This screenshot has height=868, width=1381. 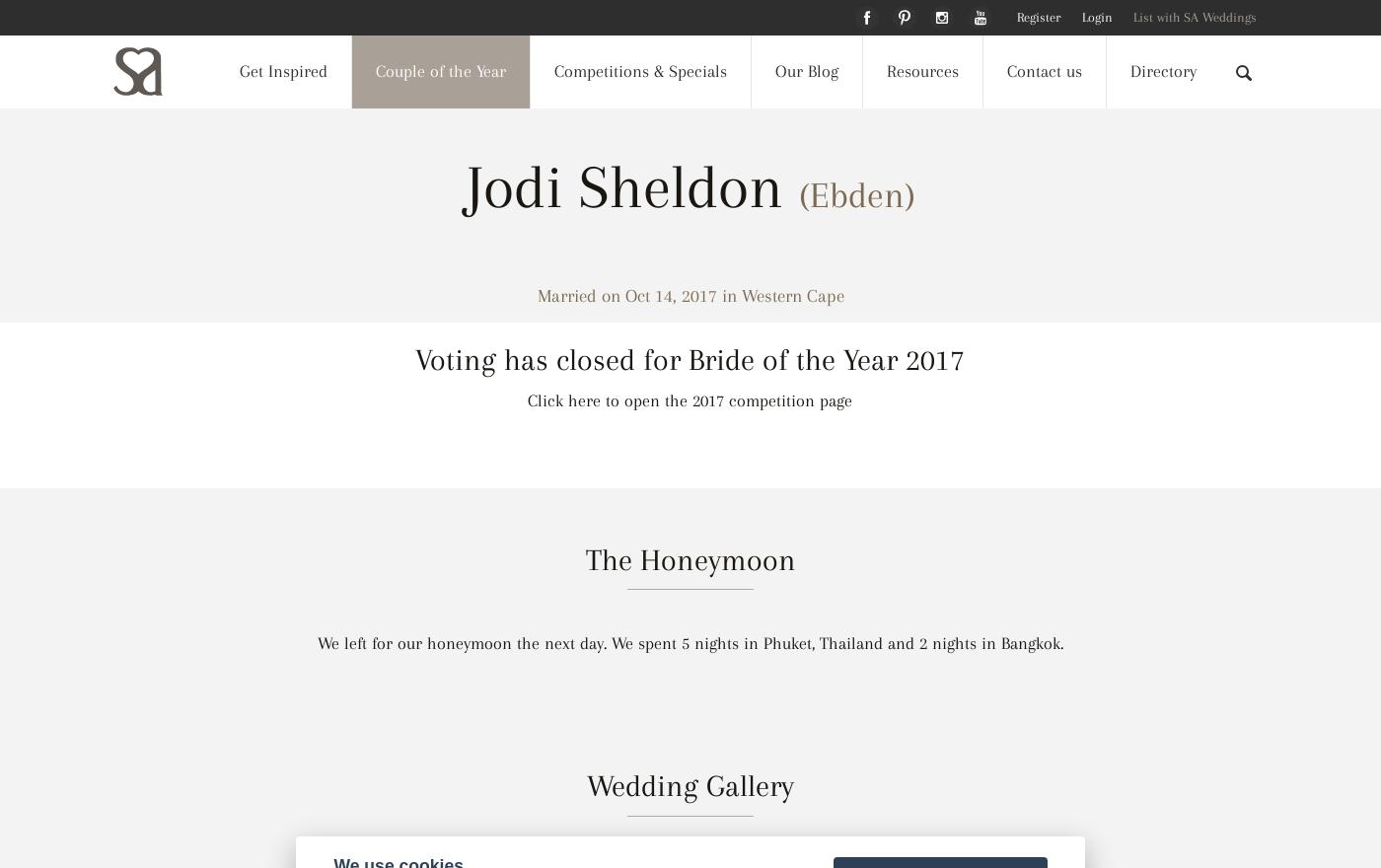 What do you see at coordinates (1081, 15) in the screenshot?
I see `'Login'` at bounding box center [1081, 15].